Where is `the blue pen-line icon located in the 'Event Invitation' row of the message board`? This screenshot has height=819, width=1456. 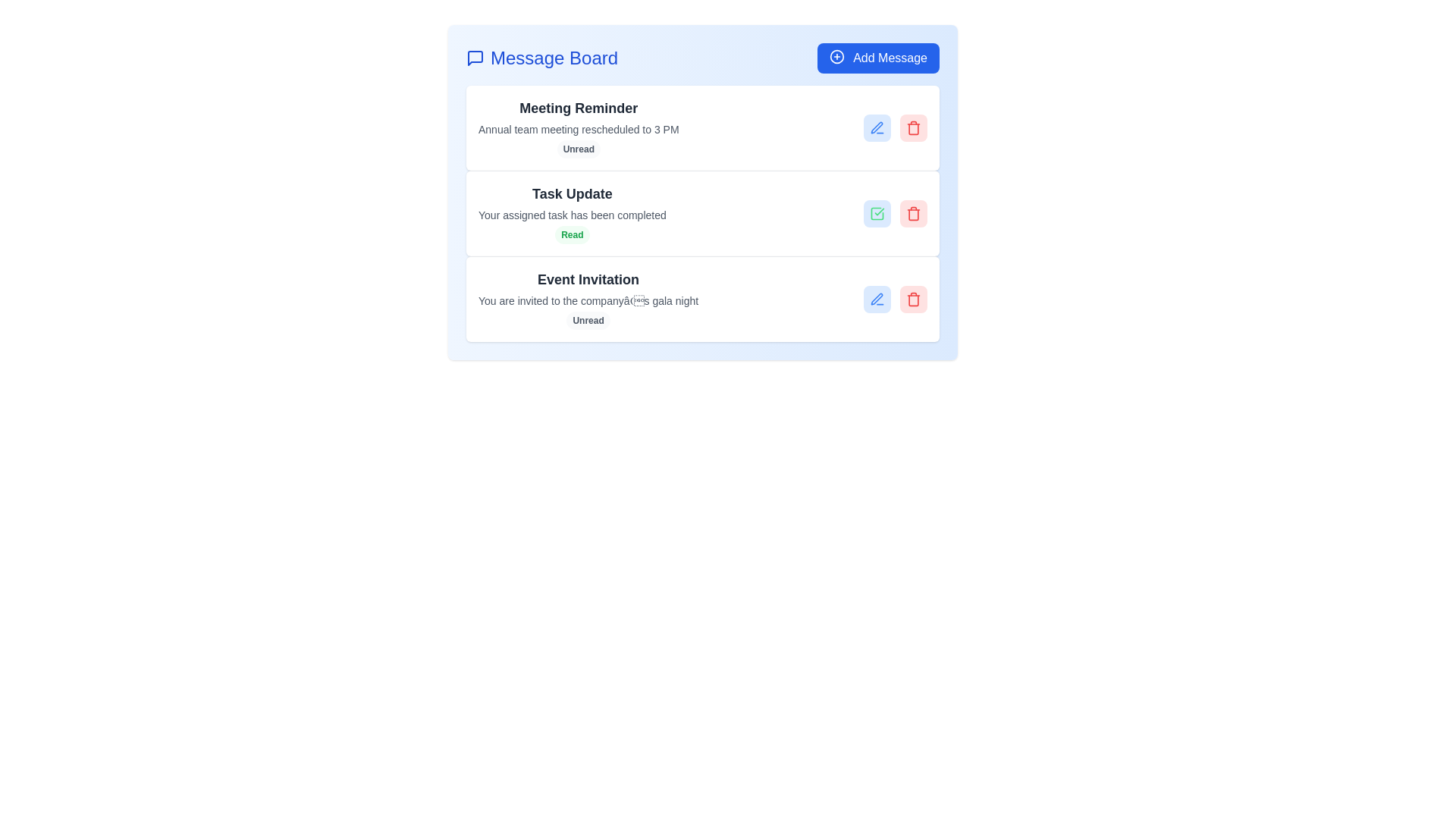
the blue pen-line icon located in the 'Event Invitation' row of the message board is located at coordinates (877, 127).